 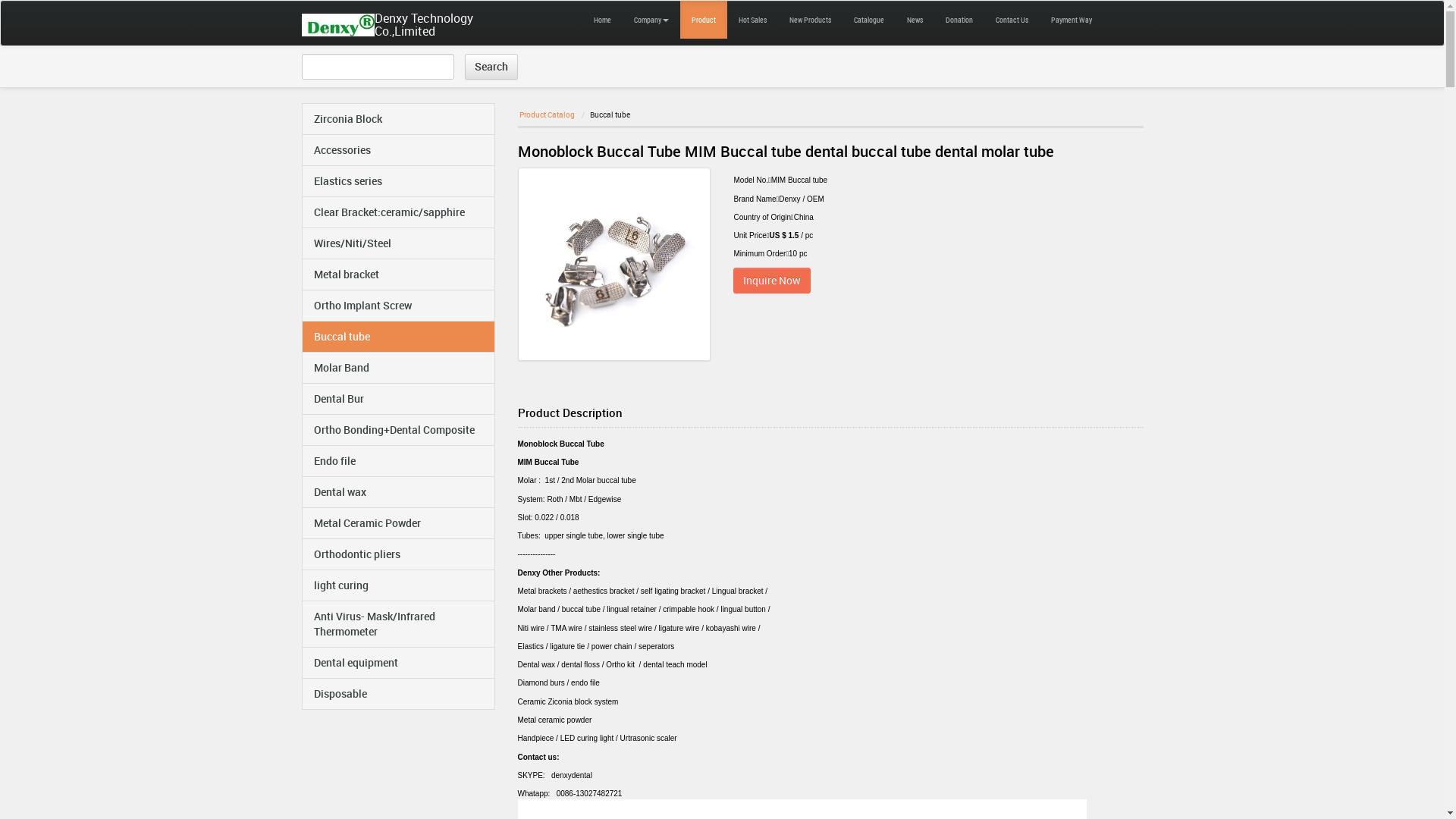 I want to click on 'Home', so click(x=601, y=20).